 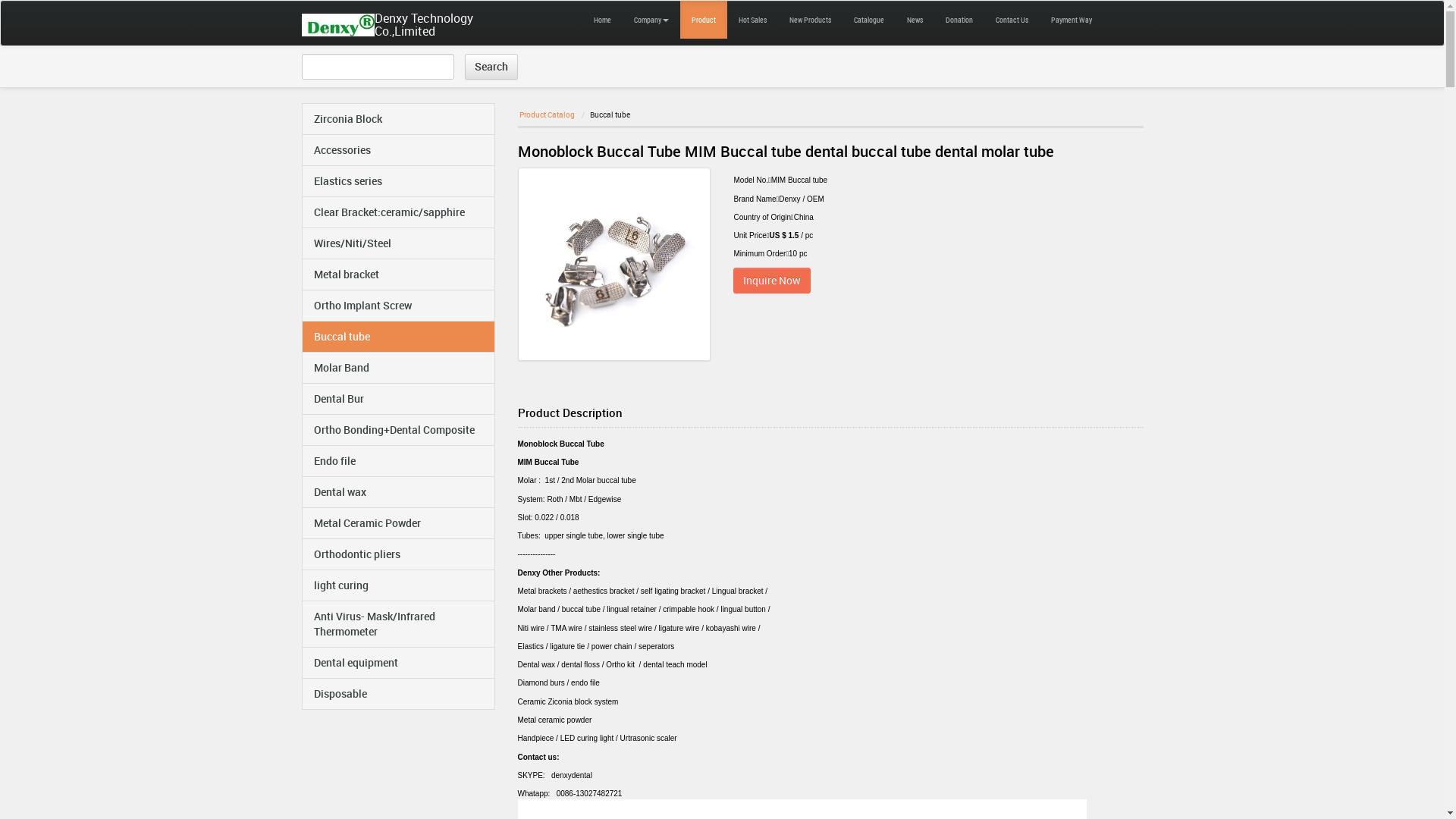 I want to click on 'Home', so click(x=601, y=20).